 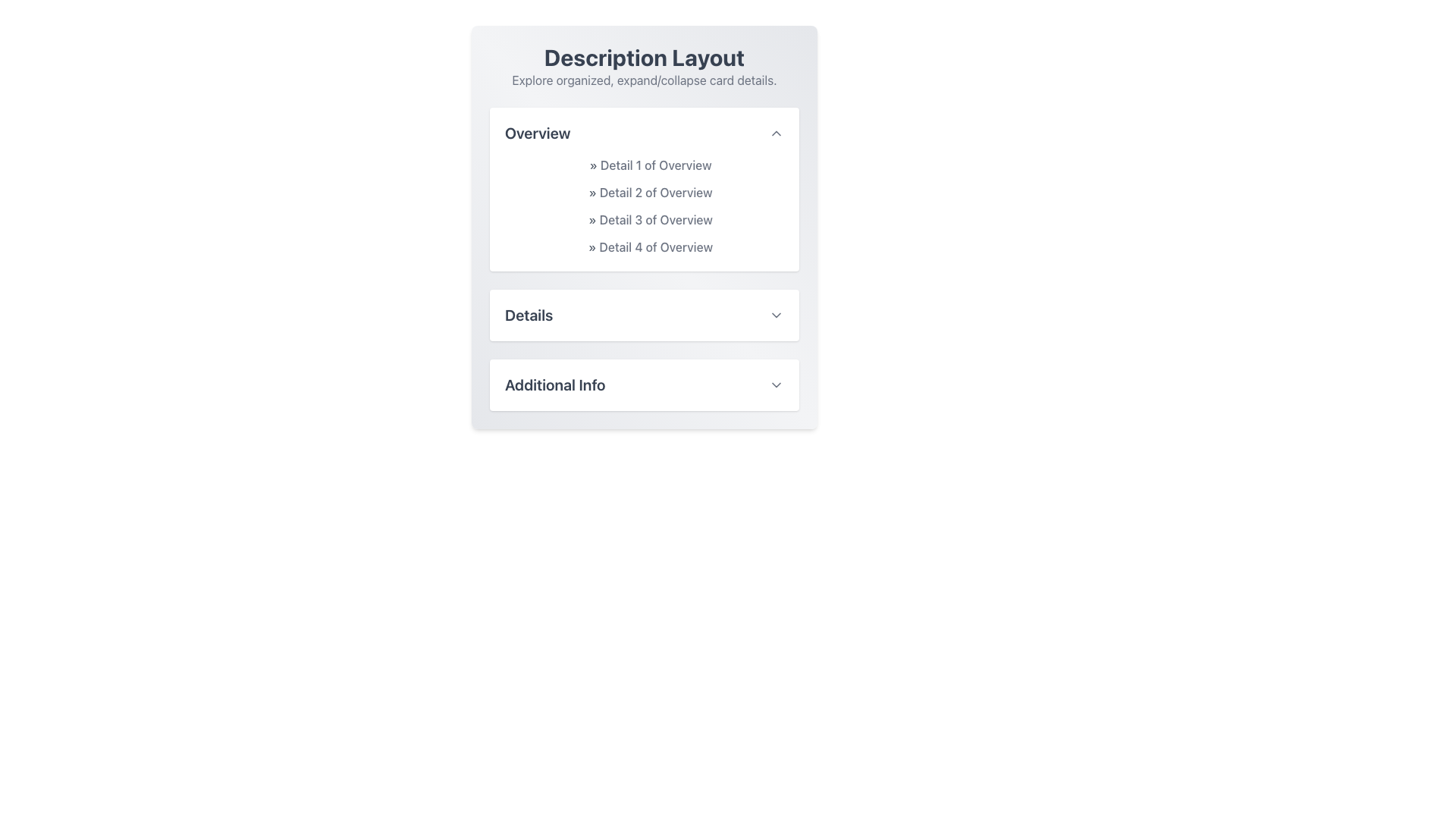 I want to click on the textual indicator preceding 'Detail 2 of Overview' in the 'Overview' section, which visually indicates the hierarchical relationship of the list item, so click(x=593, y=192).